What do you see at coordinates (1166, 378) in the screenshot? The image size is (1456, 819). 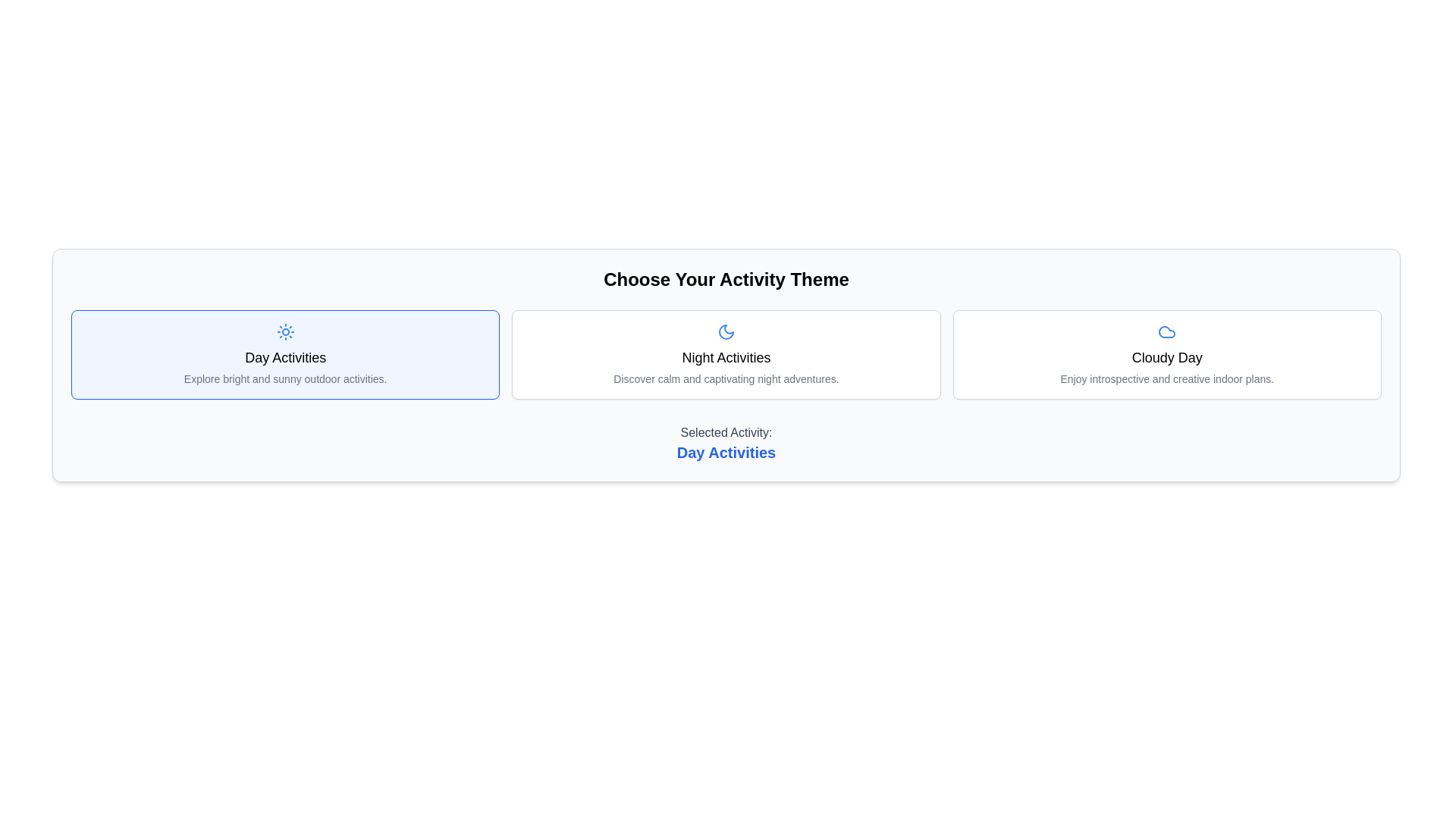 I see `the bottom text line of the 'Cloudy Day' panel, which provides descriptive information about the section's theme` at bounding box center [1166, 378].